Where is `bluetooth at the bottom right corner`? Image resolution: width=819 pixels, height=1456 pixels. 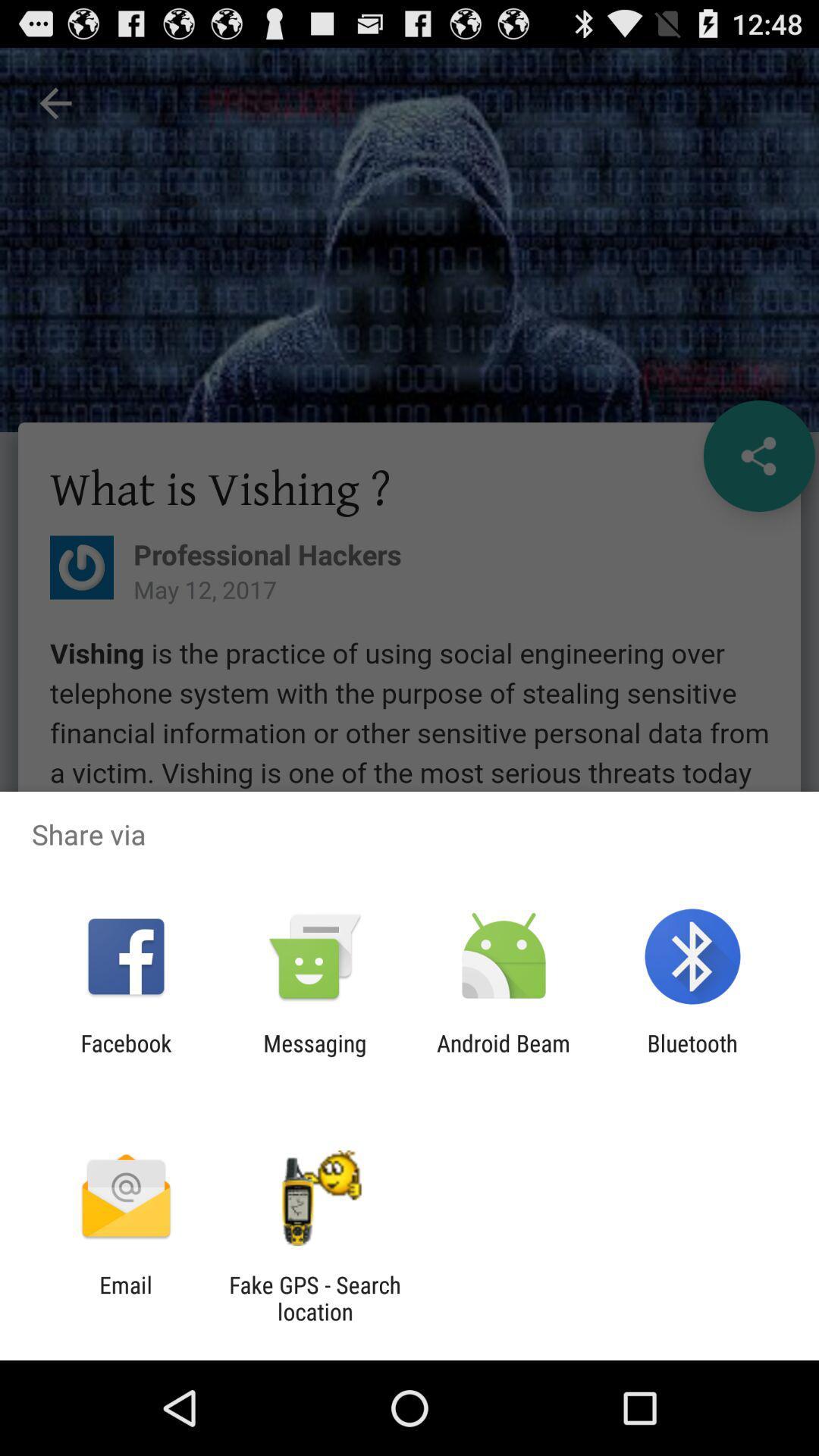 bluetooth at the bottom right corner is located at coordinates (692, 1056).